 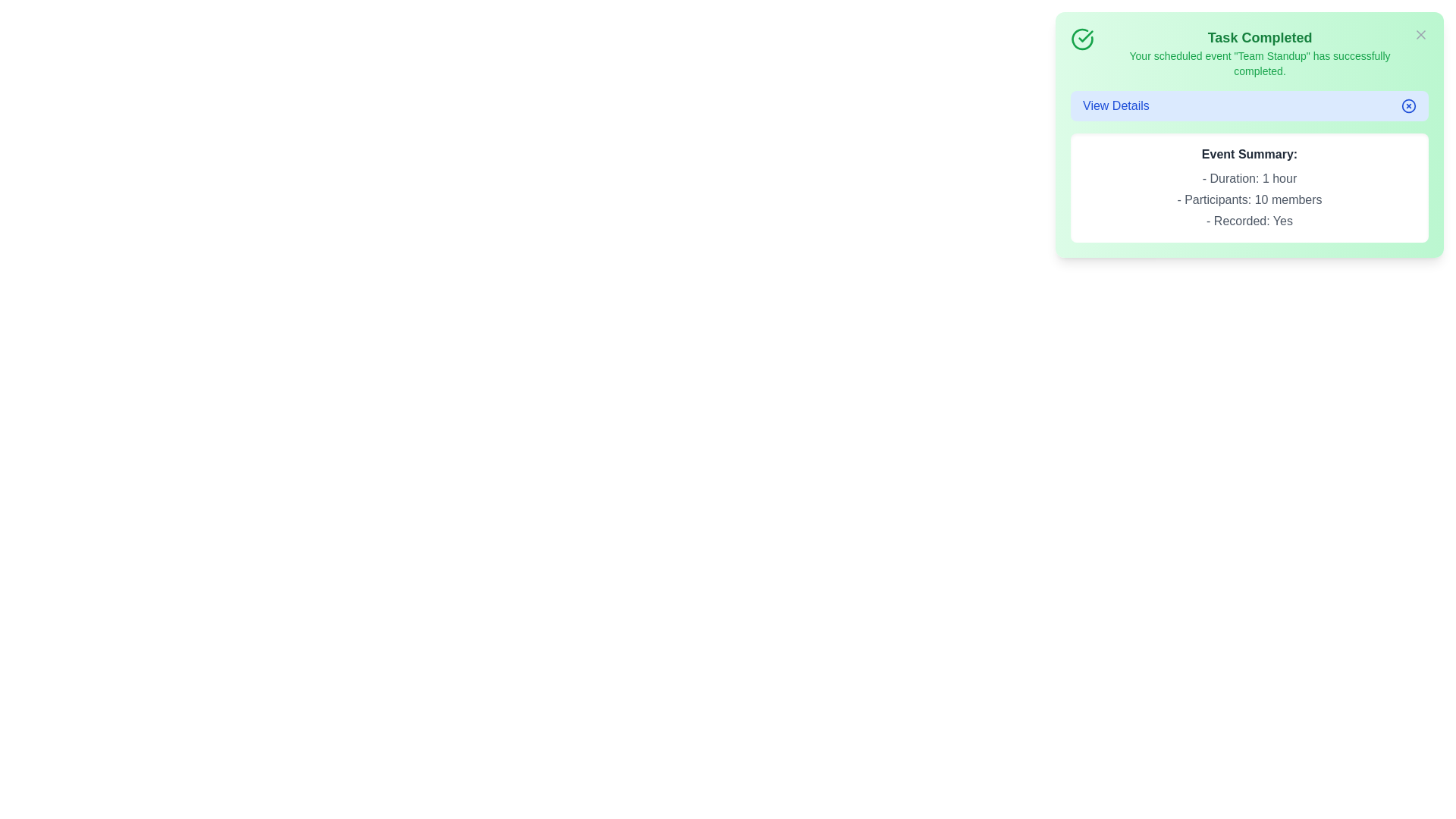 I want to click on 'View Details' button to expand the event details, so click(x=1249, y=105).